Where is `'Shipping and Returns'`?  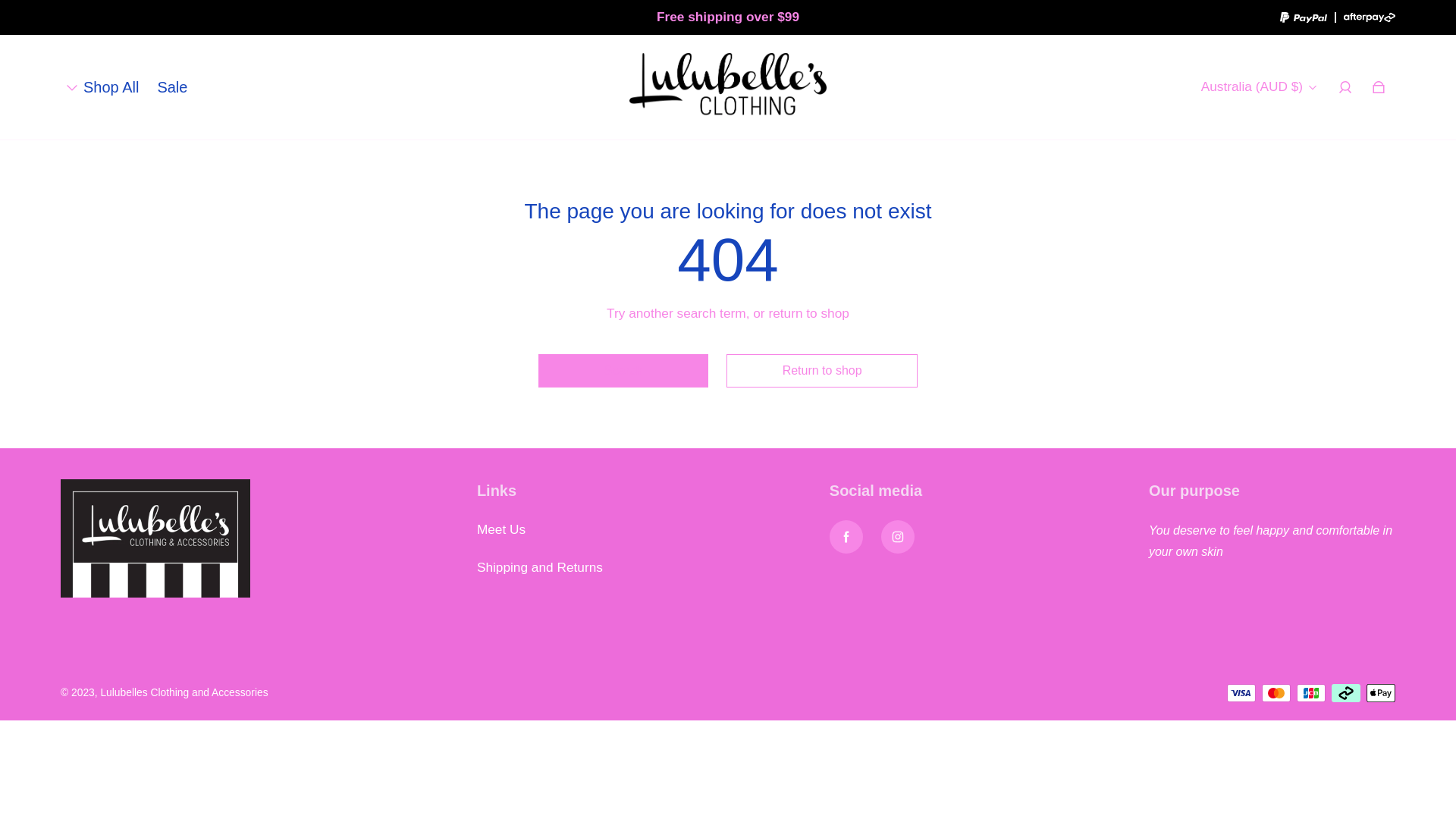 'Shipping and Returns' is located at coordinates (475, 567).